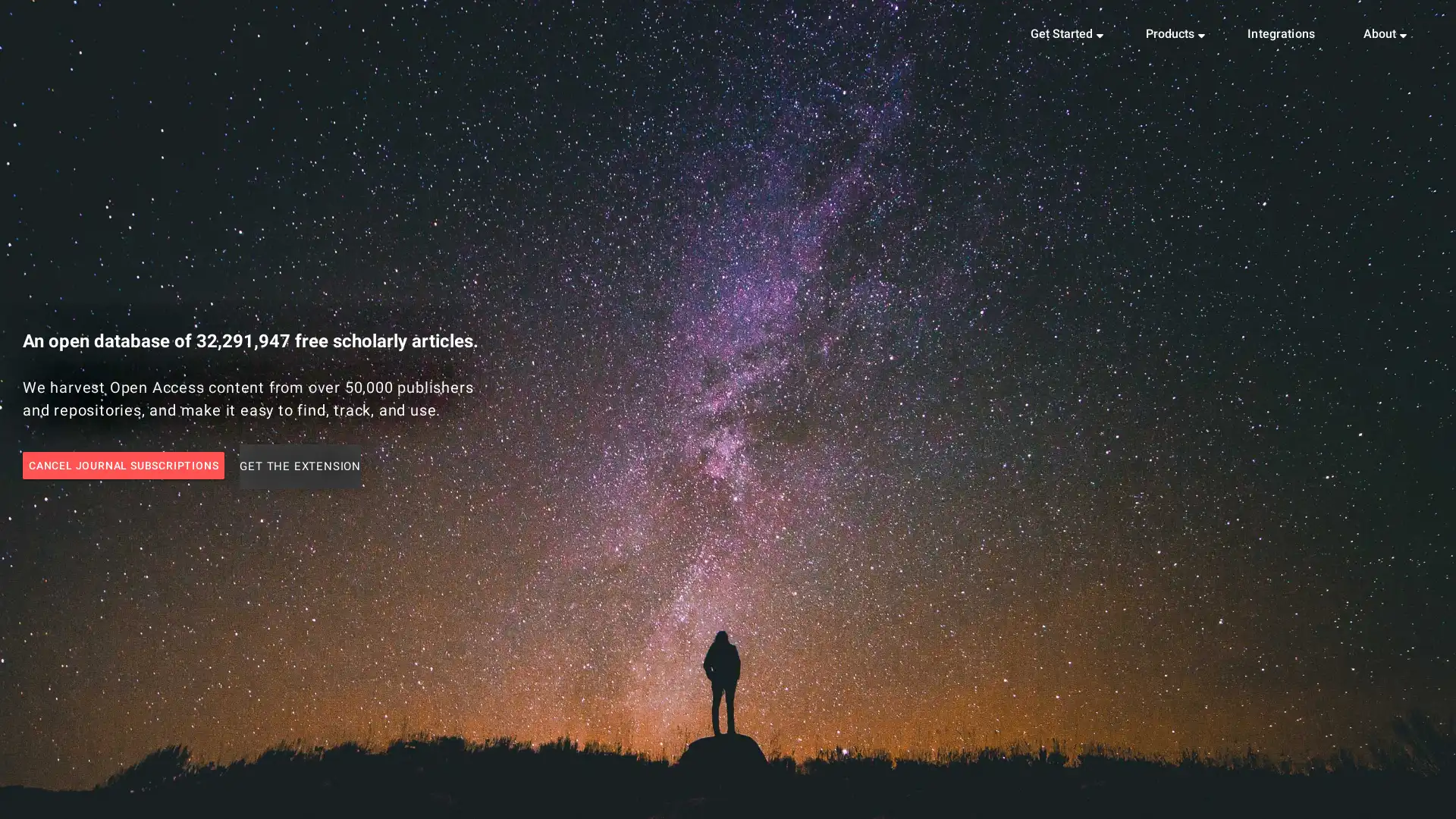 This screenshot has width=1456, height=819. Describe the element at coordinates (1065, 33) in the screenshot. I see `Get Started` at that location.